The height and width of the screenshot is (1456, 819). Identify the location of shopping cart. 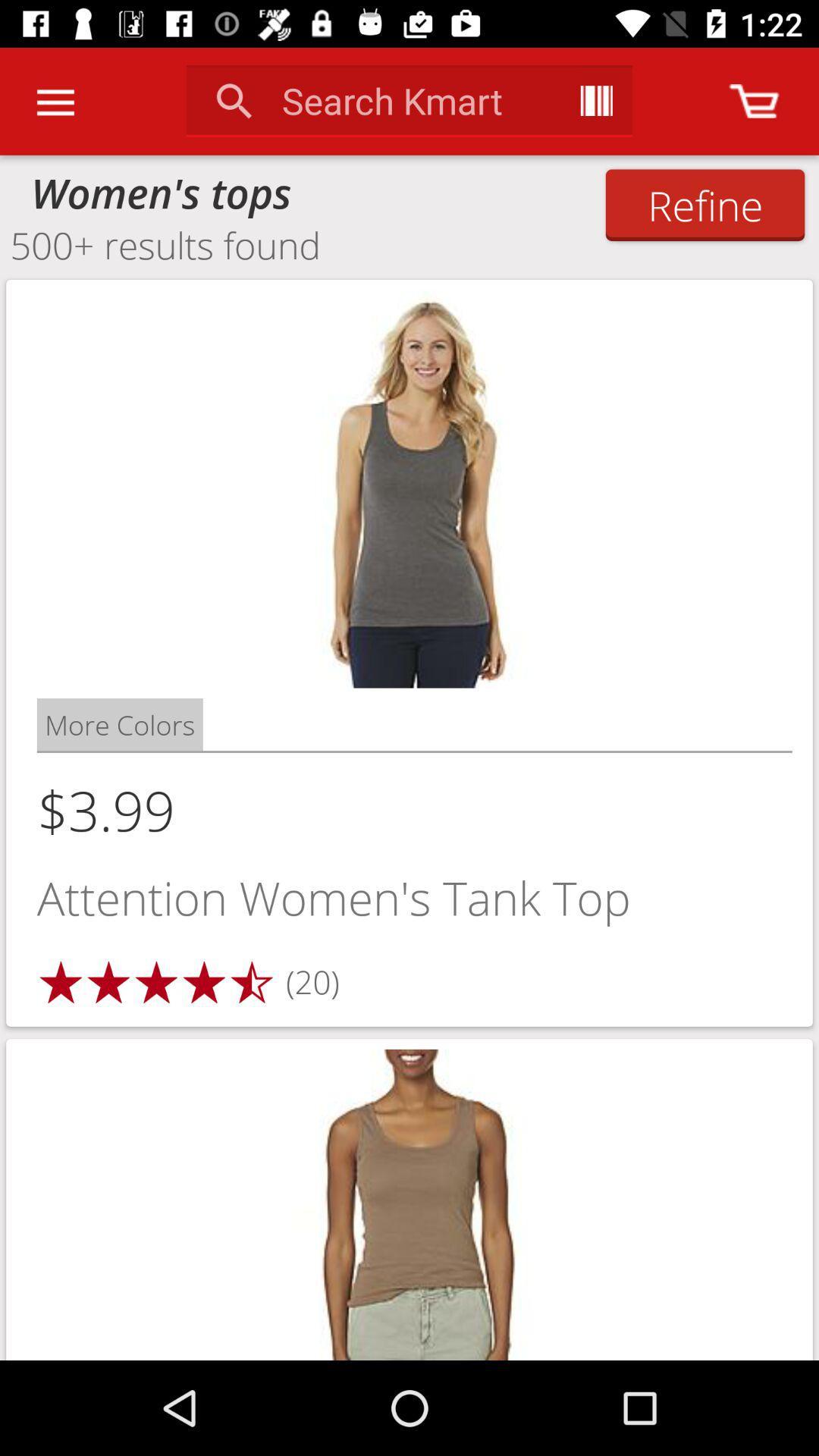
(754, 100).